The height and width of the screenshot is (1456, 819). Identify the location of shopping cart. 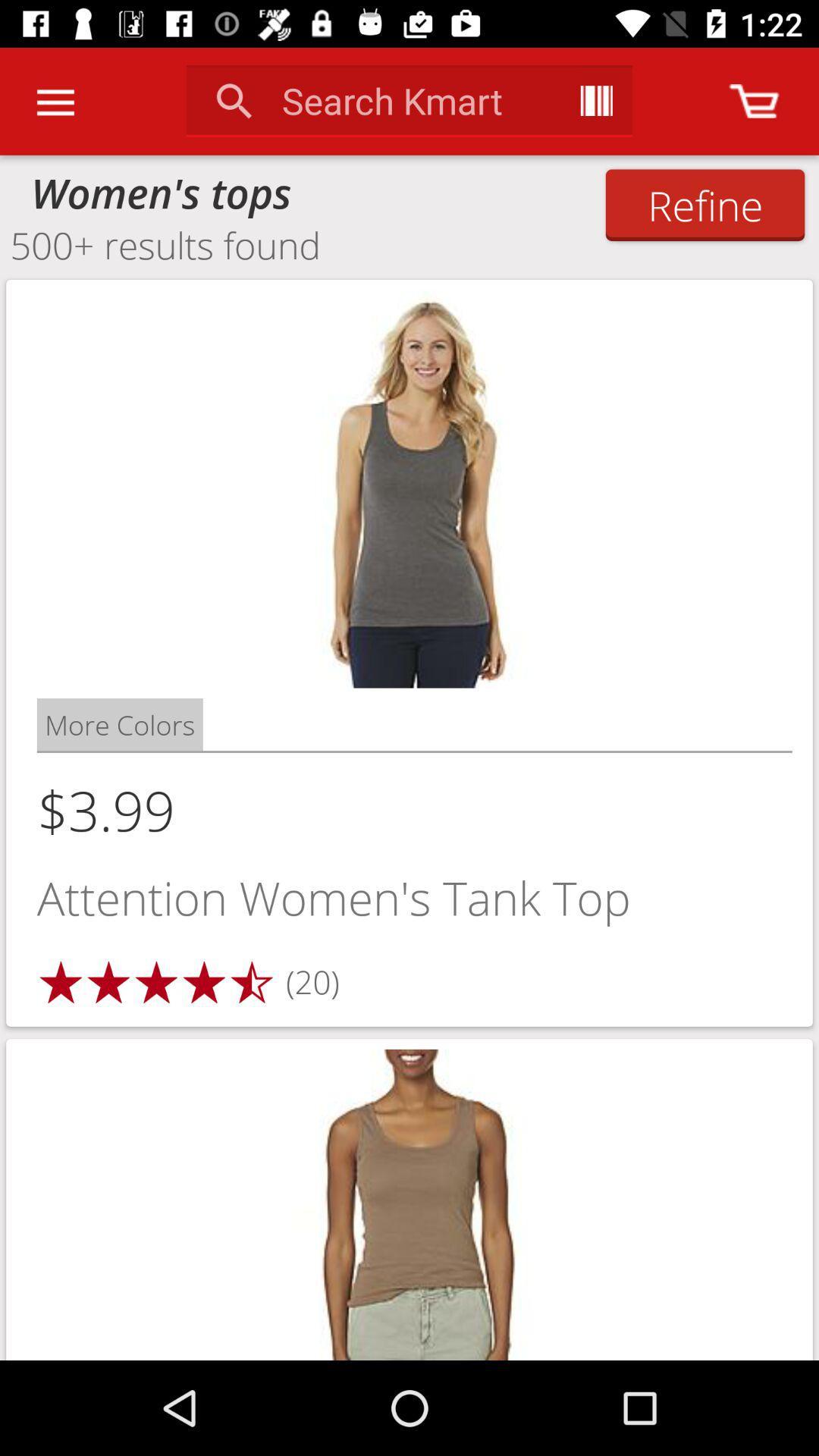
(754, 100).